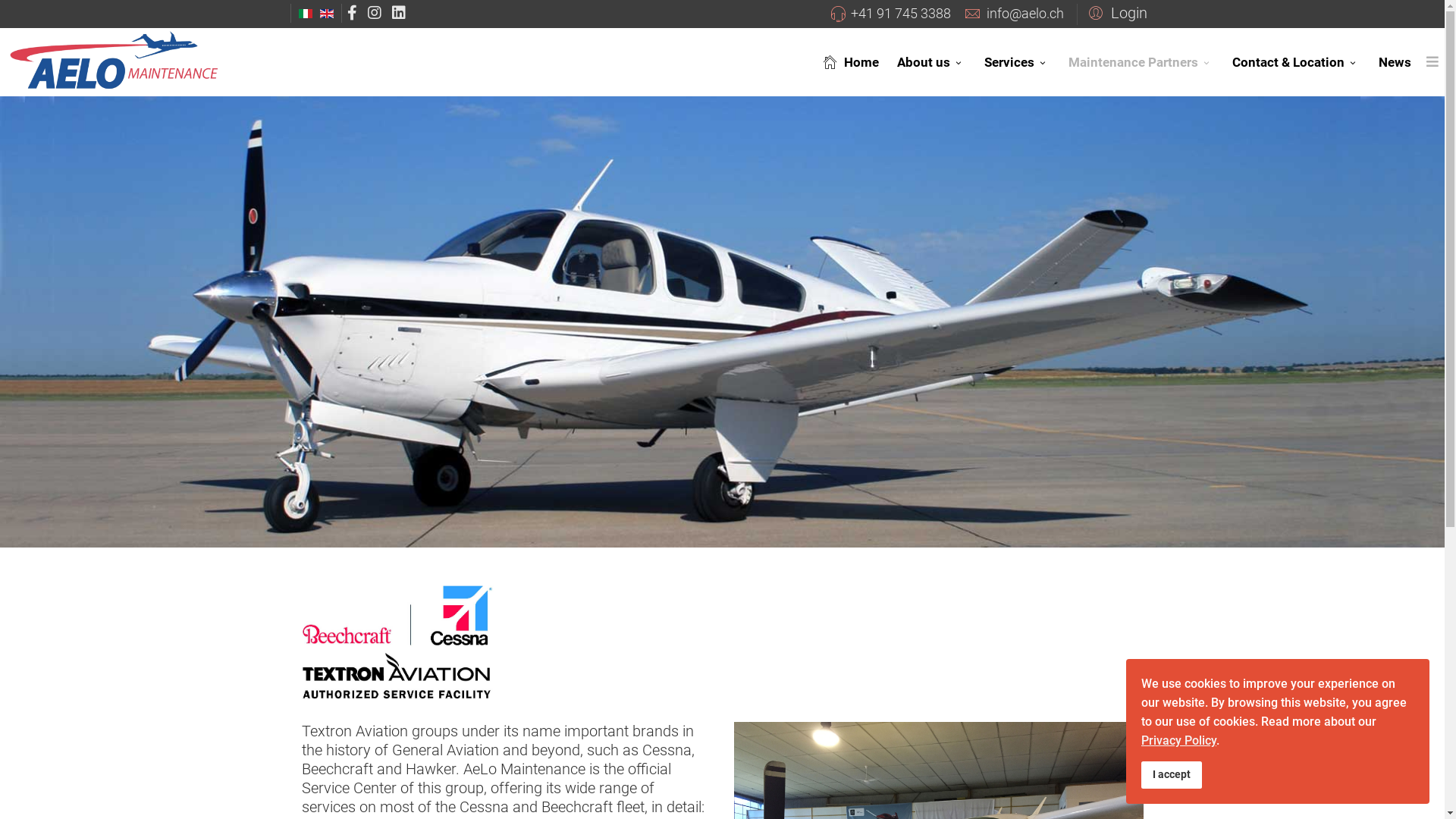  What do you see at coordinates (1295, 61) in the screenshot?
I see `'Contact & Location'` at bounding box center [1295, 61].